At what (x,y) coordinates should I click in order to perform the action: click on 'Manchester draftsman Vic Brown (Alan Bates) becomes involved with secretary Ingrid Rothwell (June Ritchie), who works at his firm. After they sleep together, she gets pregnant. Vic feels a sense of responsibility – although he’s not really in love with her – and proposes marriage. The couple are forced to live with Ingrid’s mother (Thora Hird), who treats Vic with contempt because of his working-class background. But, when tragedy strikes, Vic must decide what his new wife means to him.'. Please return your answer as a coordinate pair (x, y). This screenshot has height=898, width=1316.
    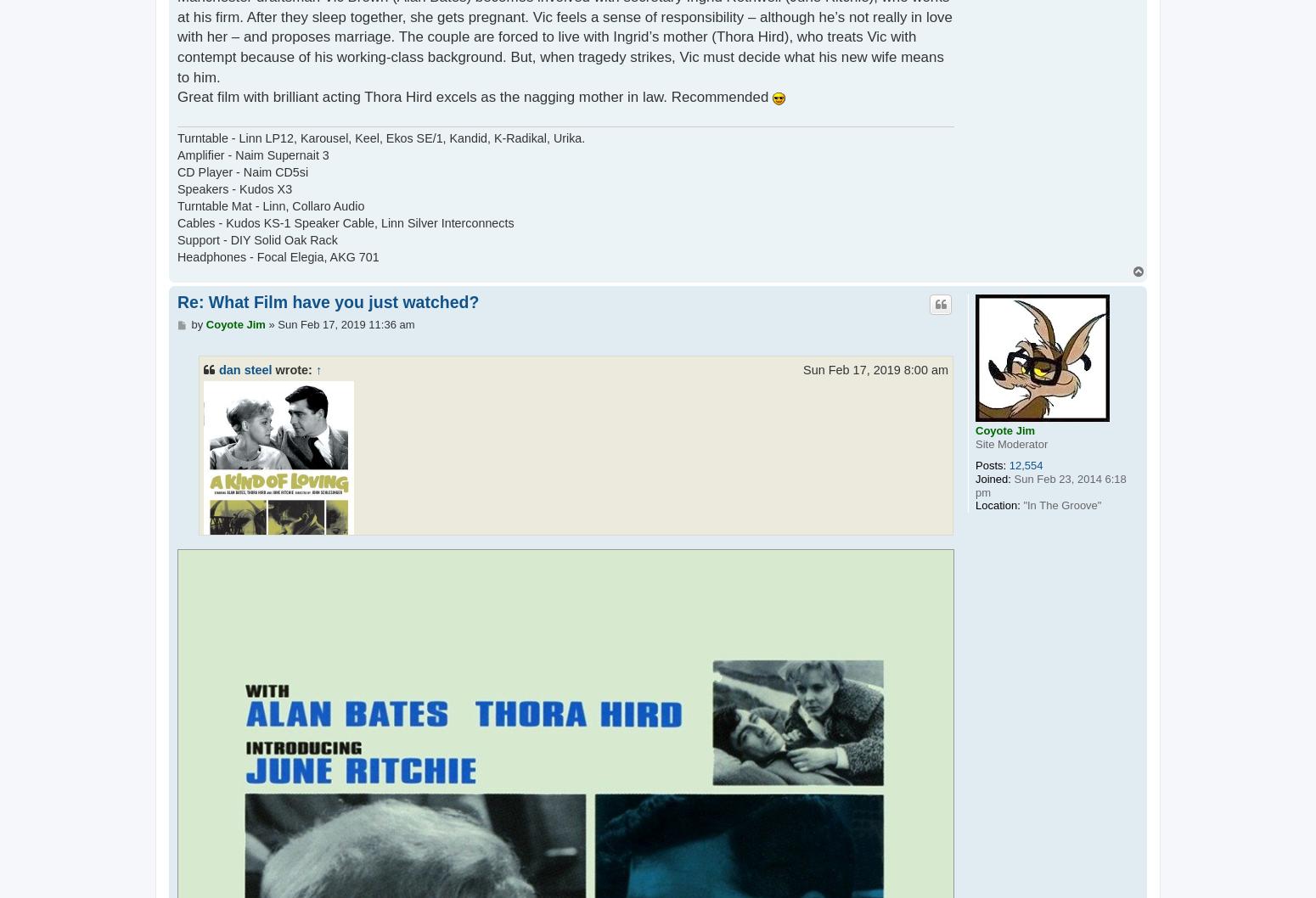
    Looking at the image, I should click on (574, 701).